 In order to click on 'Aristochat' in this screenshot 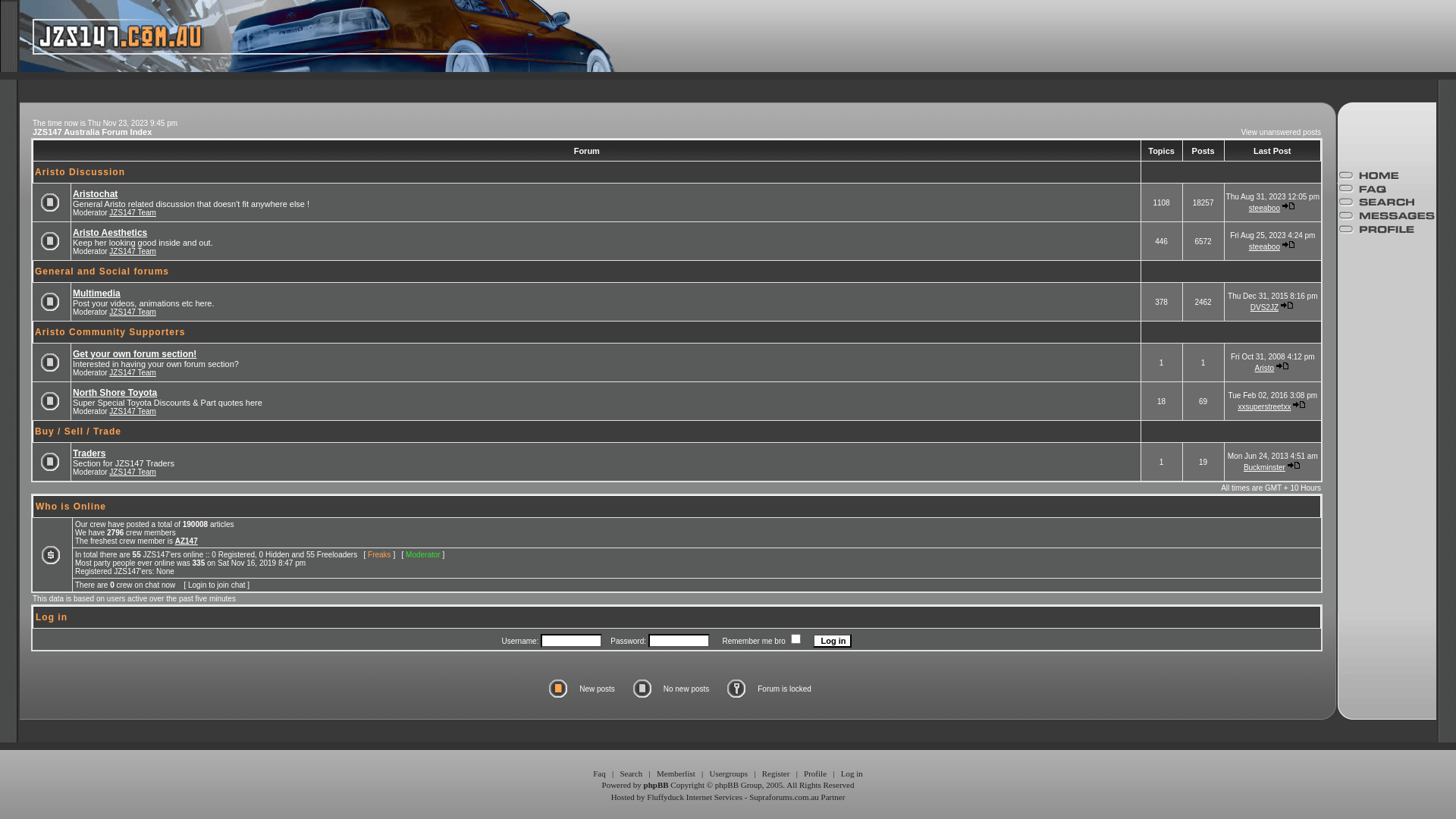, I will do `click(72, 192)`.